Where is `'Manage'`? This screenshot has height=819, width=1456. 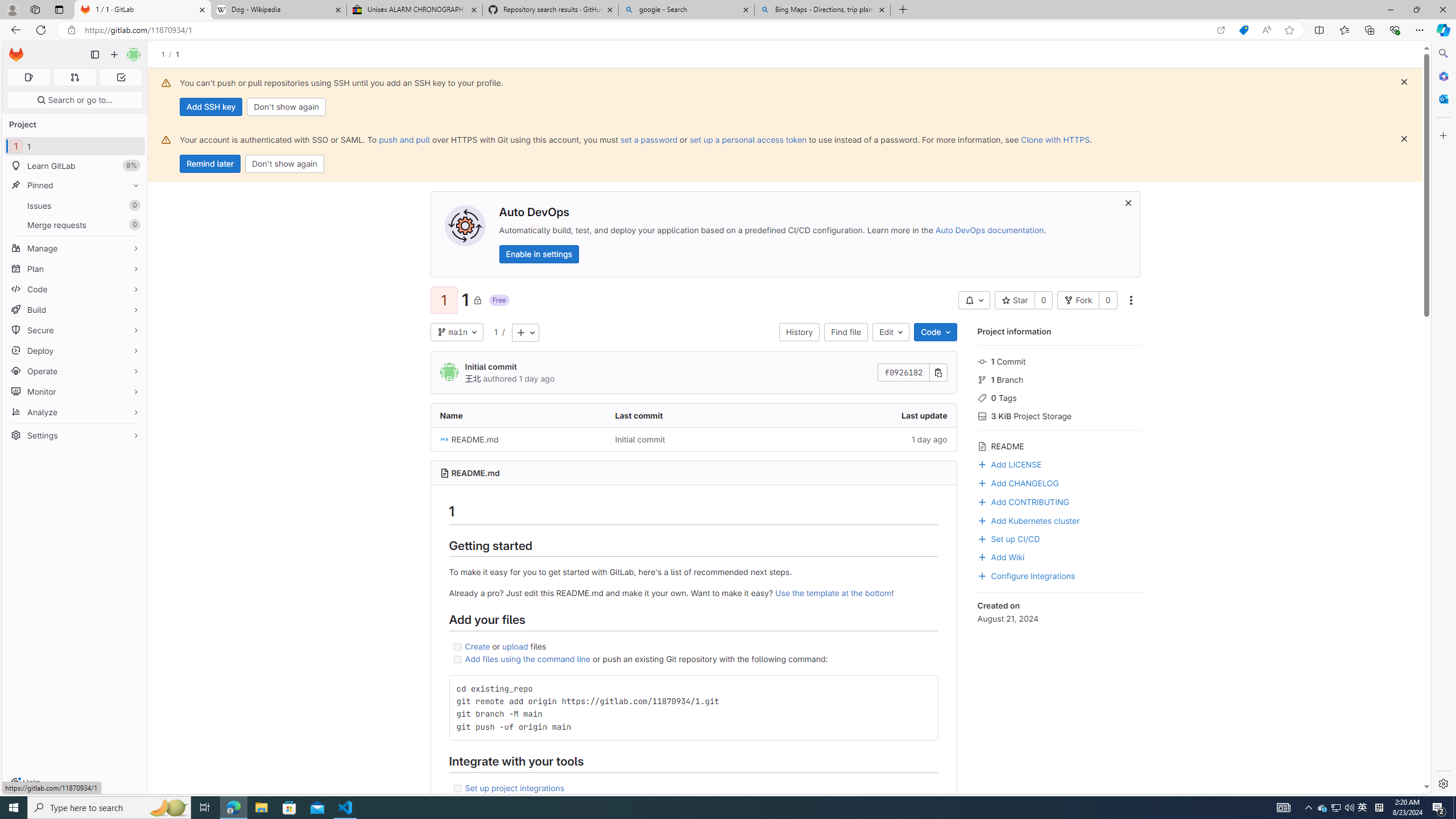 'Manage' is located at coordinates (74, 248).